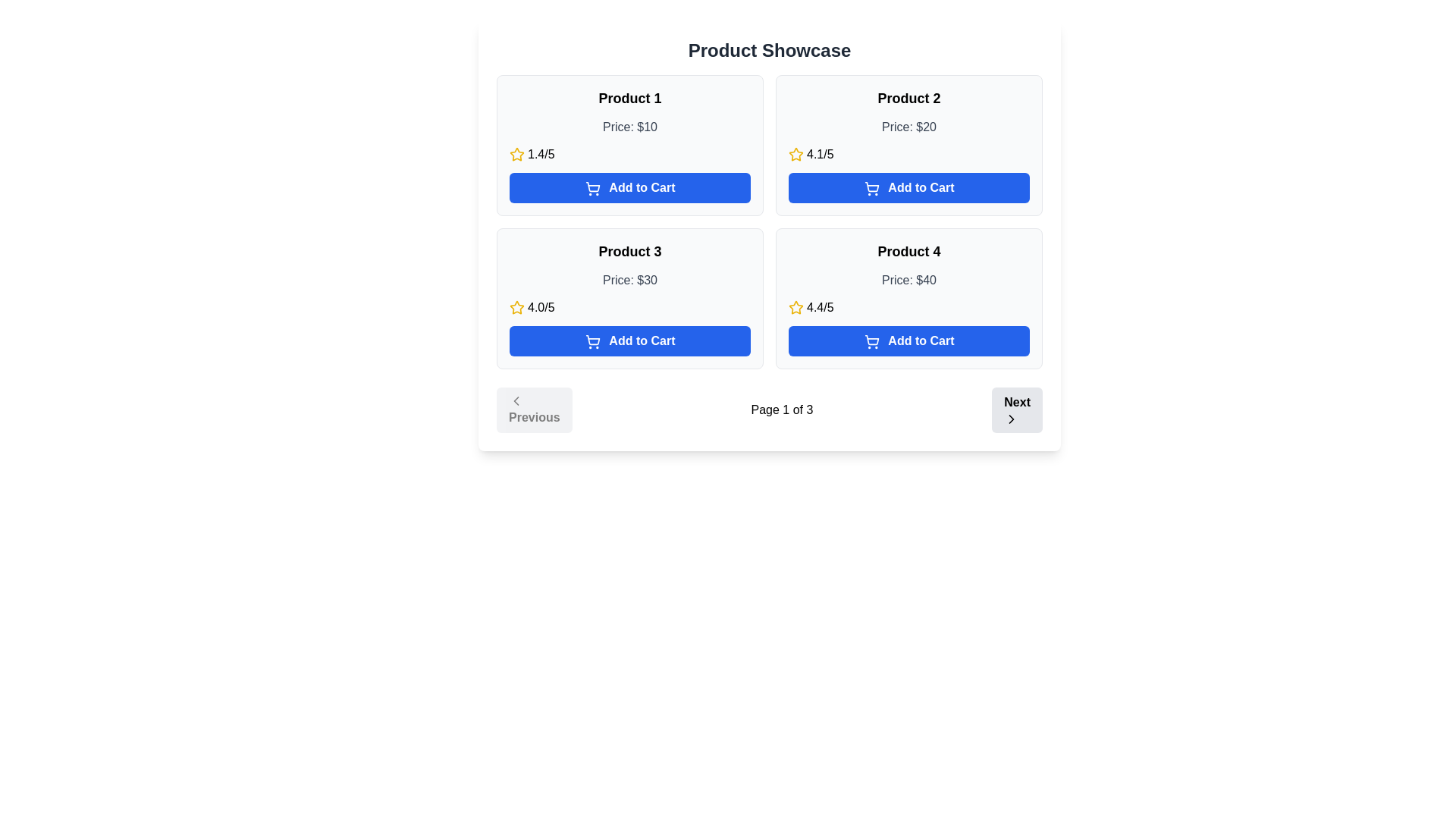  I want to click on displayed average rating '1.4/5' located to the right of the star icon in the 'Product 1' card within the grid layout, so click(541, 155).